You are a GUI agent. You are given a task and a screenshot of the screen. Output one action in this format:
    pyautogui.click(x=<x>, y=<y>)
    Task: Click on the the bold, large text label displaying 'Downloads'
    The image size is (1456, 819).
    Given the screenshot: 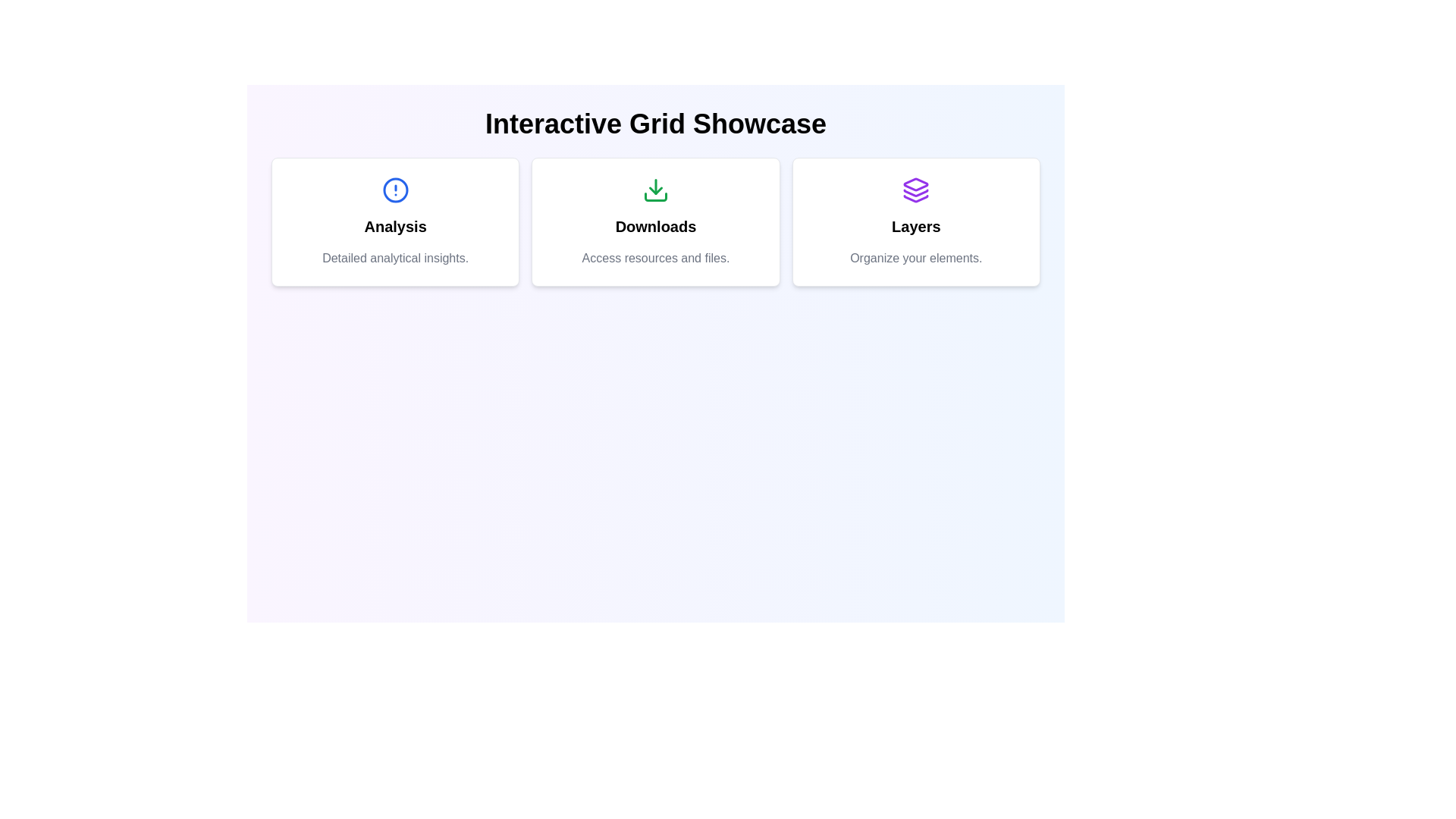 What is the action you would take?
    pyautogui.click(x=655, y=227)
    